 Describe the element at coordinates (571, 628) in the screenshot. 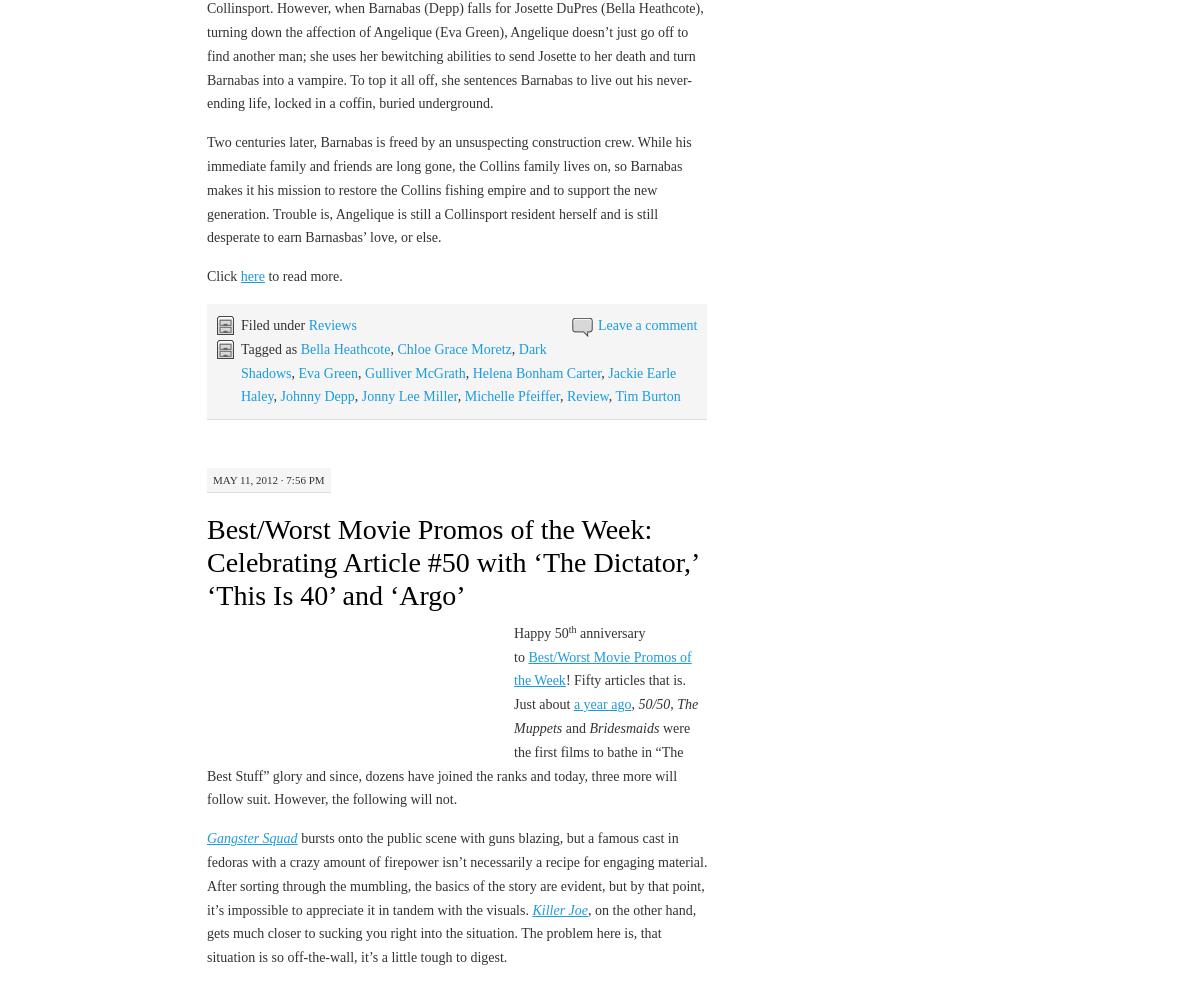

I see `'th'` at that location.